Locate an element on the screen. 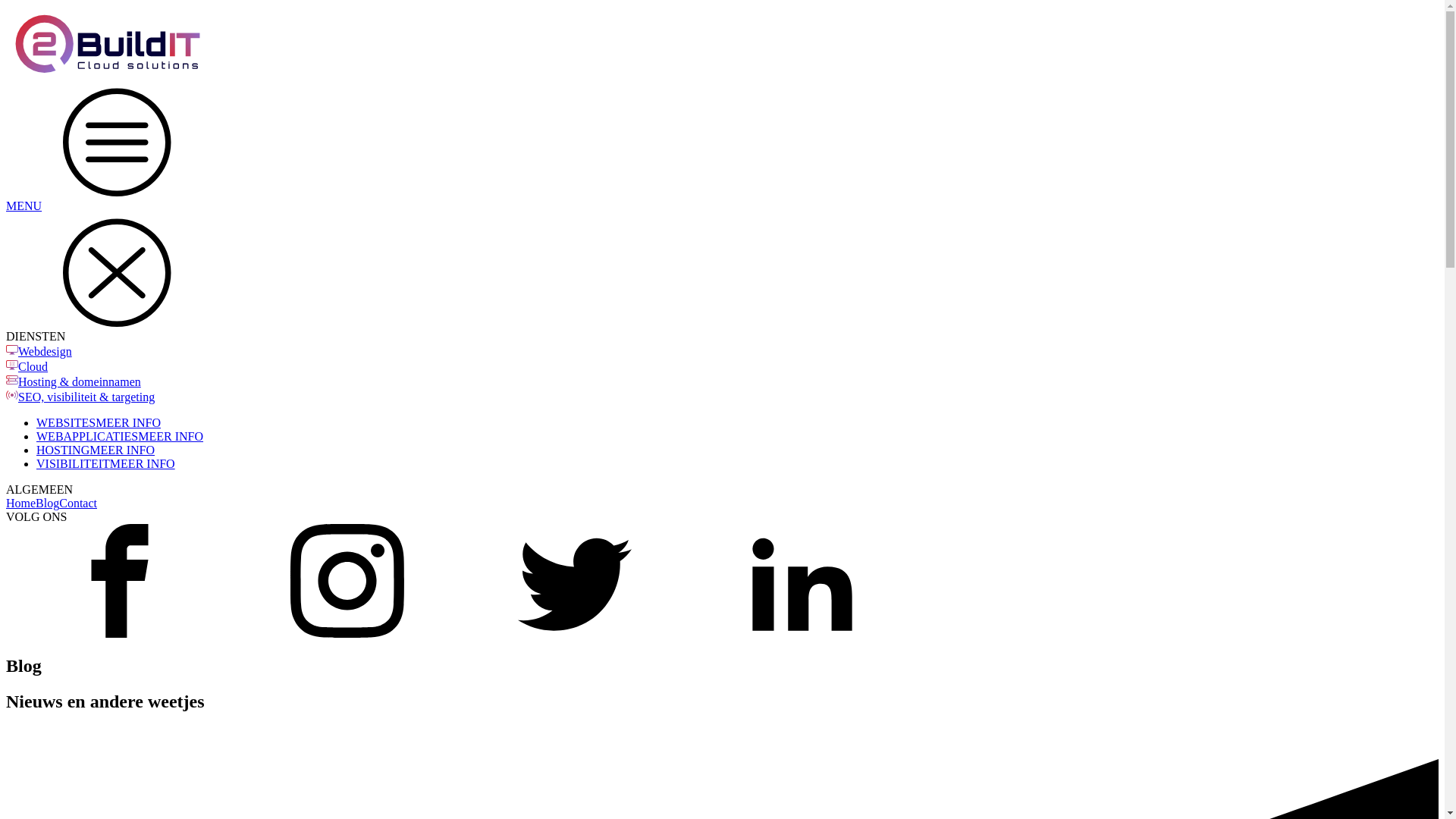 This screenshot has width=1456, height=819. 'Blog' is located at coordinates (47, 503).